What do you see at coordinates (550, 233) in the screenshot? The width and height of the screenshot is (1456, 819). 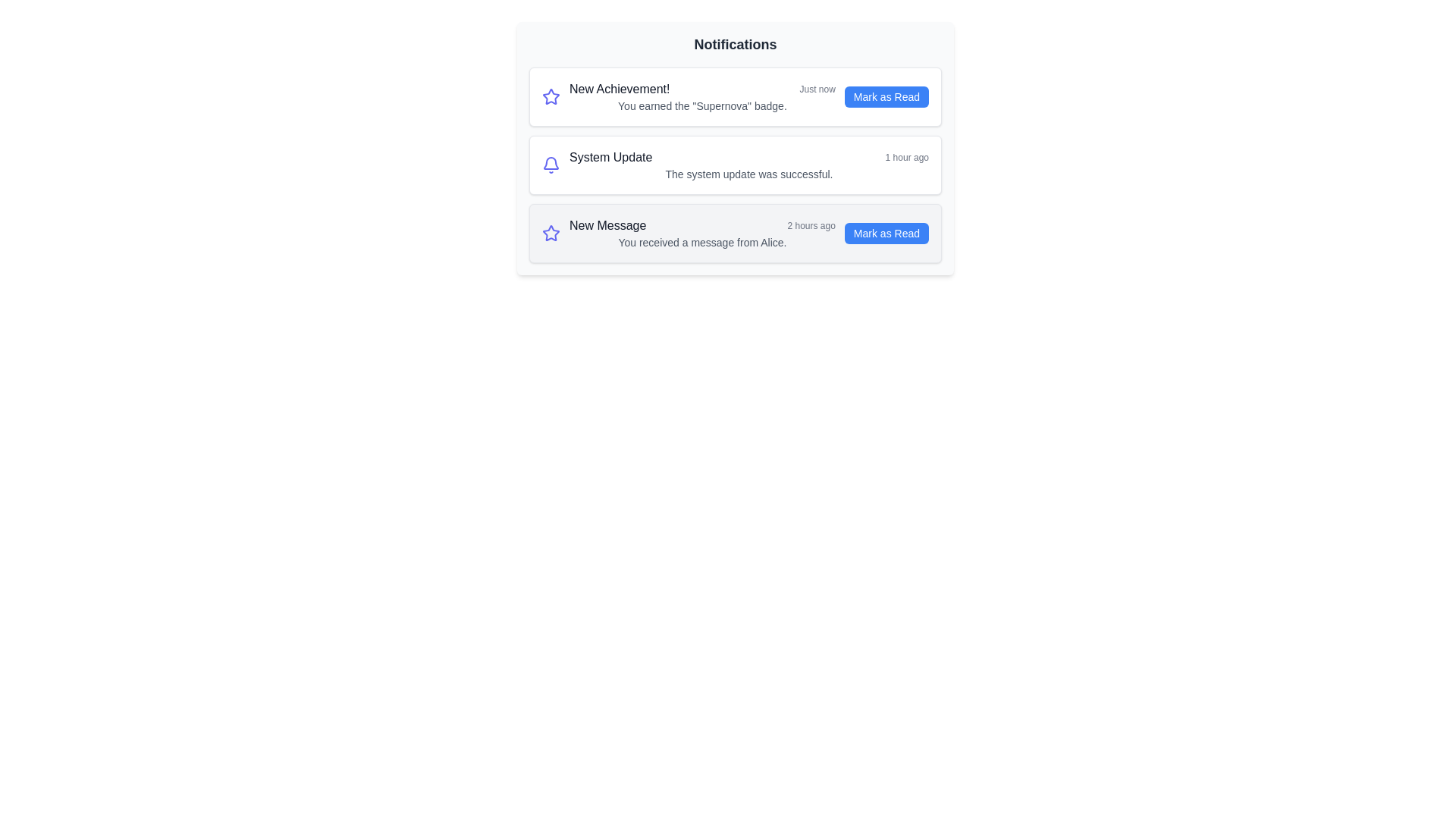 I see `the star icon with a blue outline located to the left of the text 'New Achievement!' in the notification card at the top of the notifications list` at bounding box center [550, 233].